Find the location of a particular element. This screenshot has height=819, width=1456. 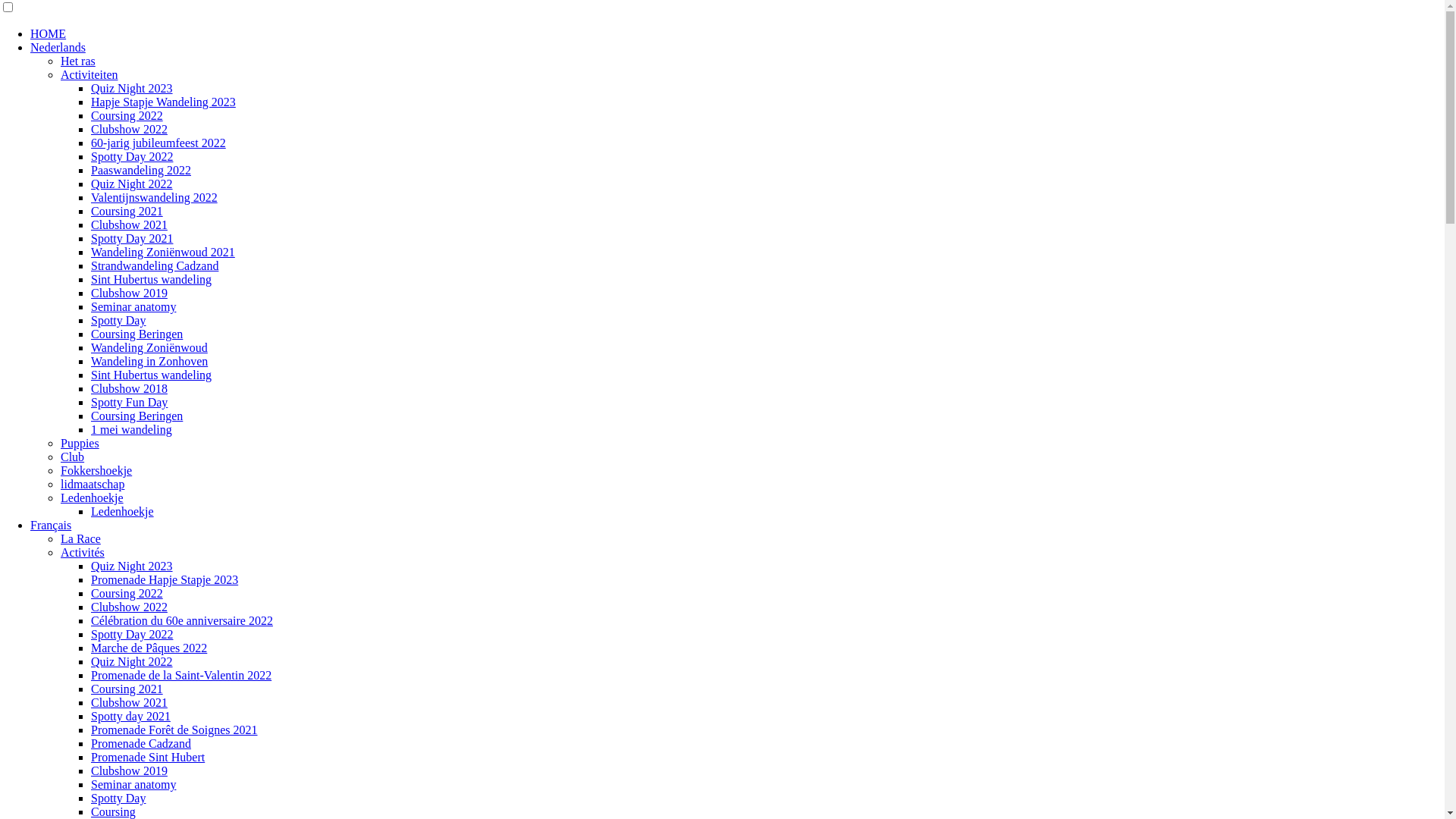

'Coursing 2022' is located at coordinates (127, 115).